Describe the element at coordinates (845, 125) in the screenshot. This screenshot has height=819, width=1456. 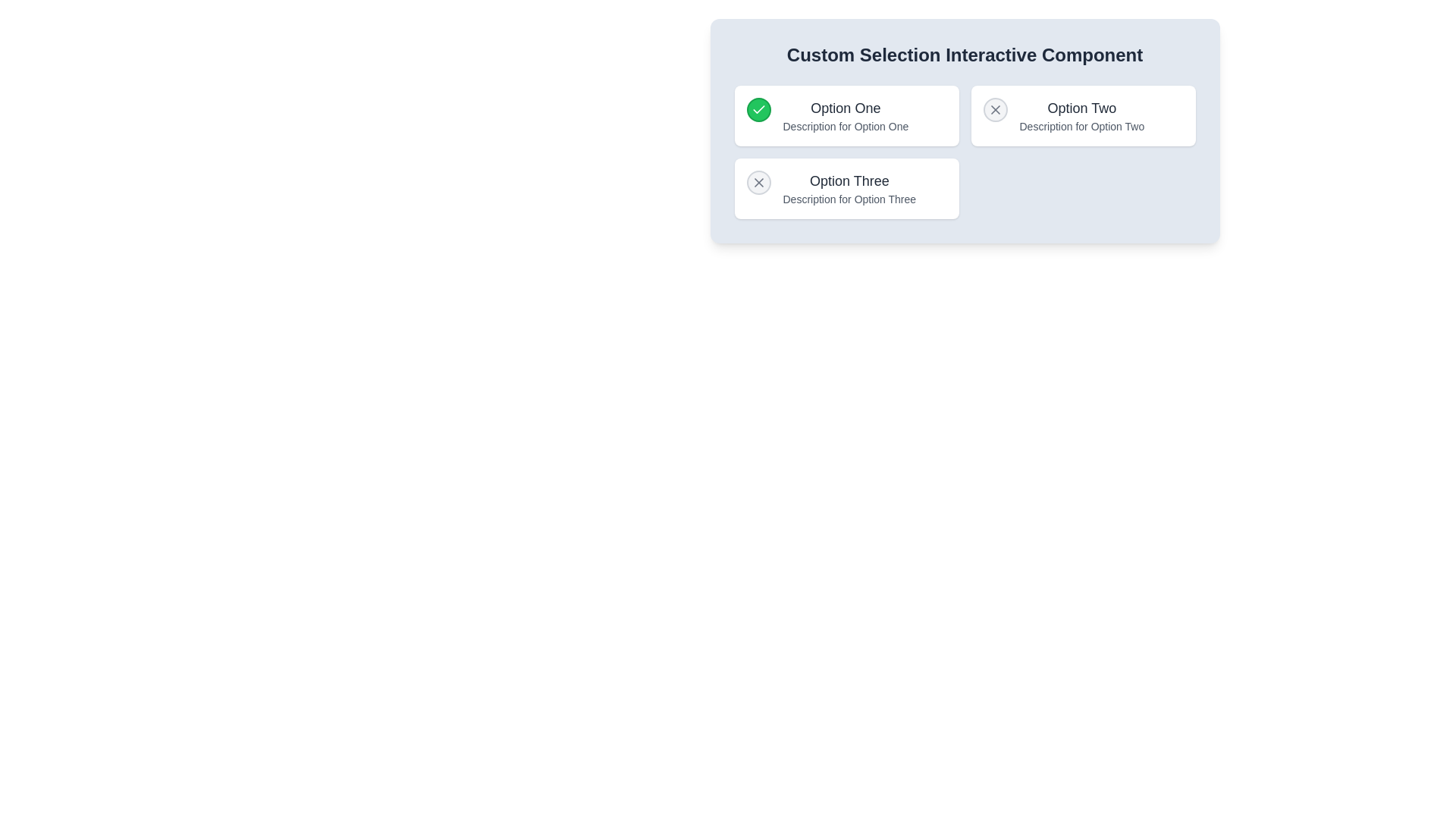
I see `the supplementary text description located directly below 'Option One' on the first option card in the horizontal list` at that location.